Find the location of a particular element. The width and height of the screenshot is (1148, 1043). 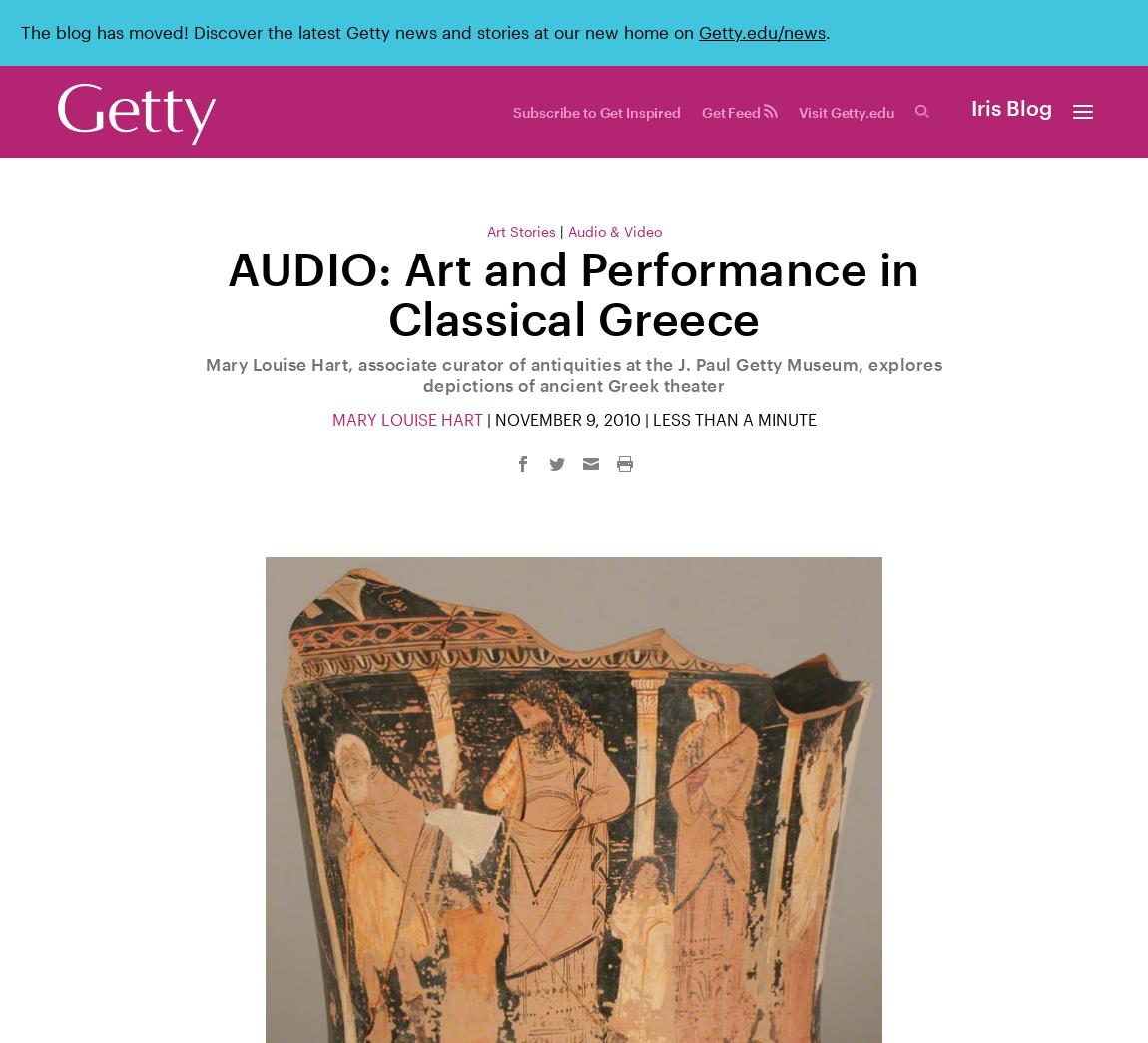

'Get Feed' is located at coordinates (731, 111).